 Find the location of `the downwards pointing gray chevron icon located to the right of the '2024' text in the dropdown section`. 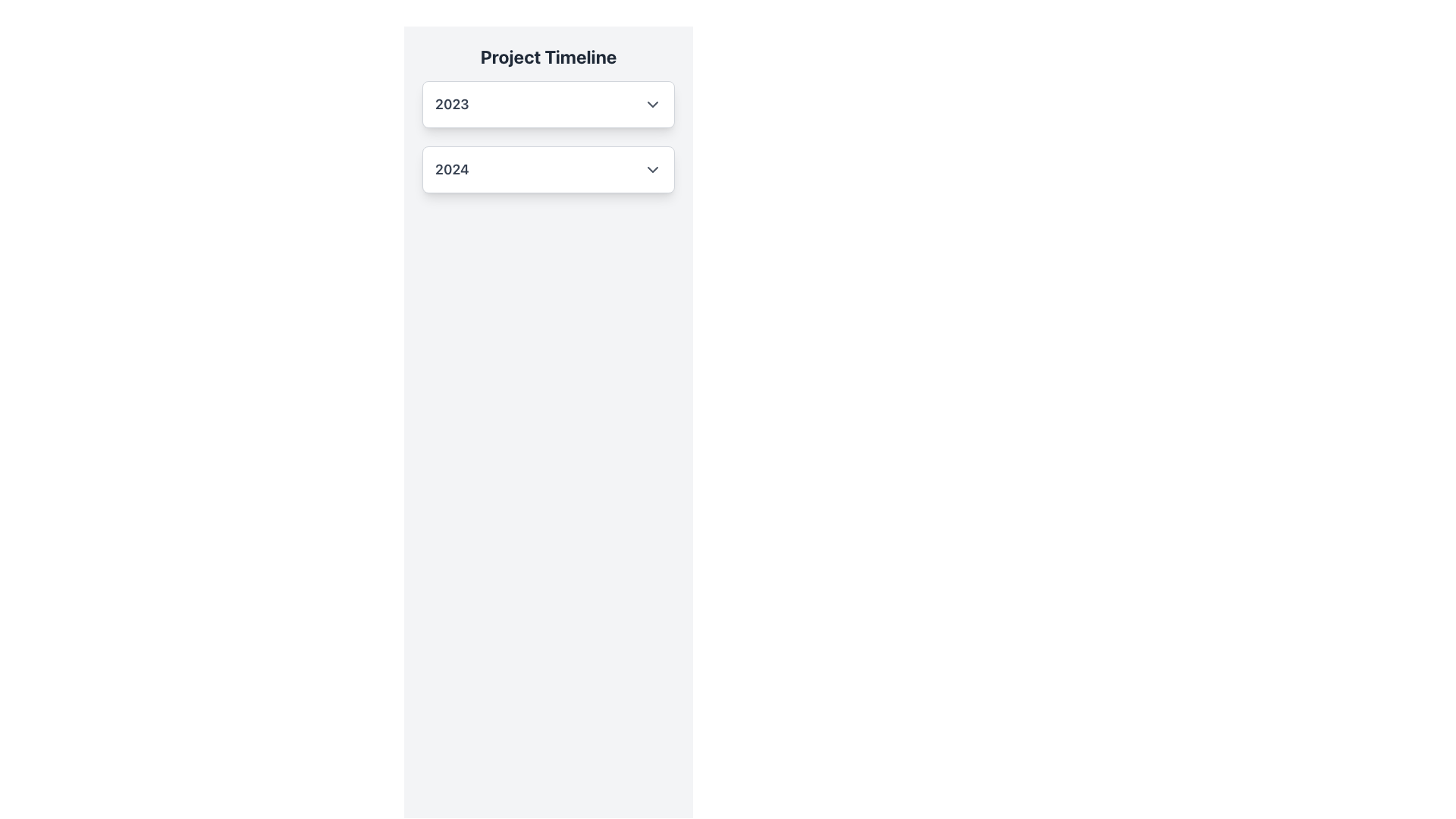

the downwards pointing gray chevron icon located to the right of the '2024' text in the dropdown section is located at coordinates (652, 169).